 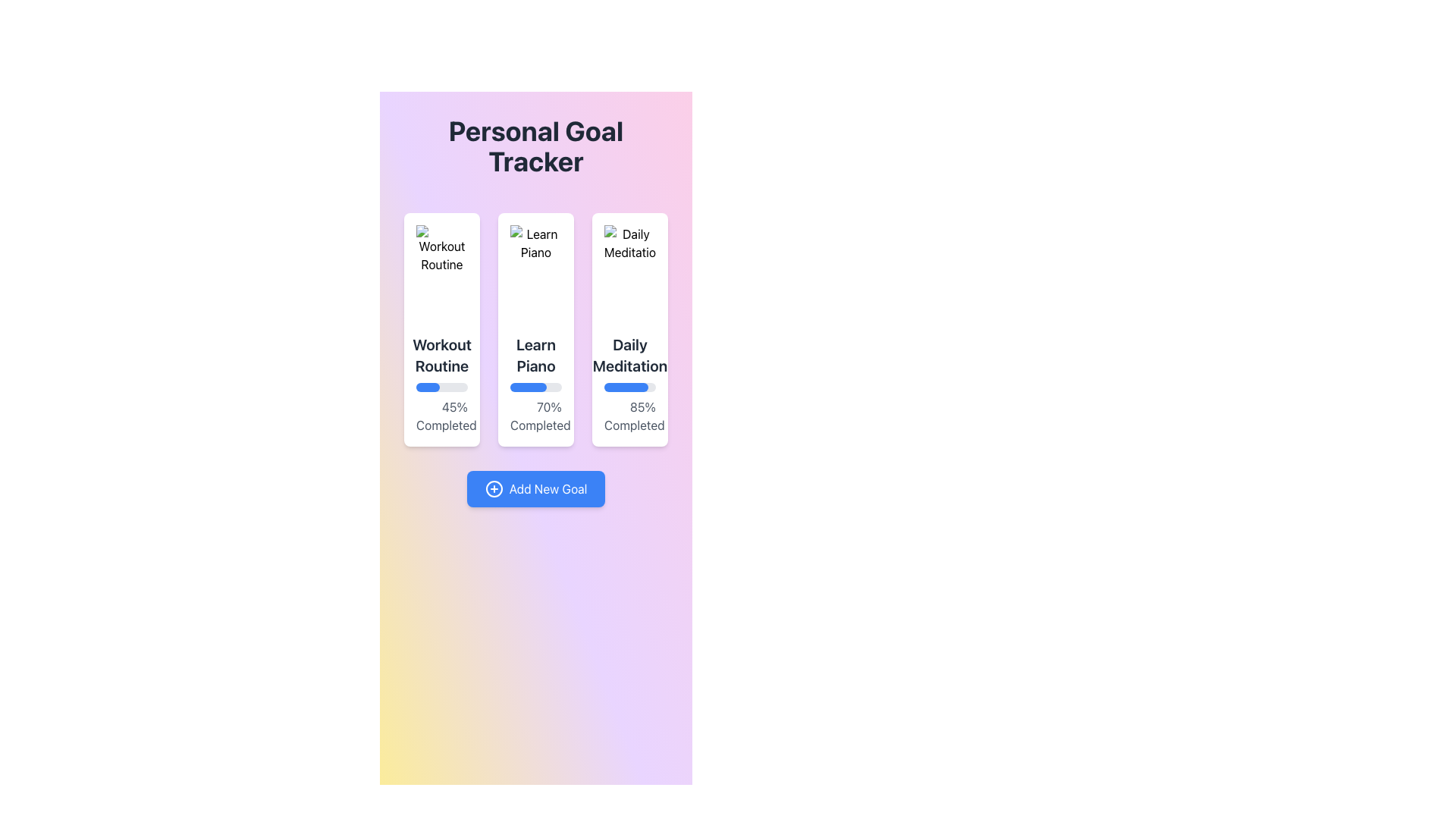 I want to click on the progress bar element indicating 70% completion within the 'Learn Piano' card layout, so click(x=535, y=386).